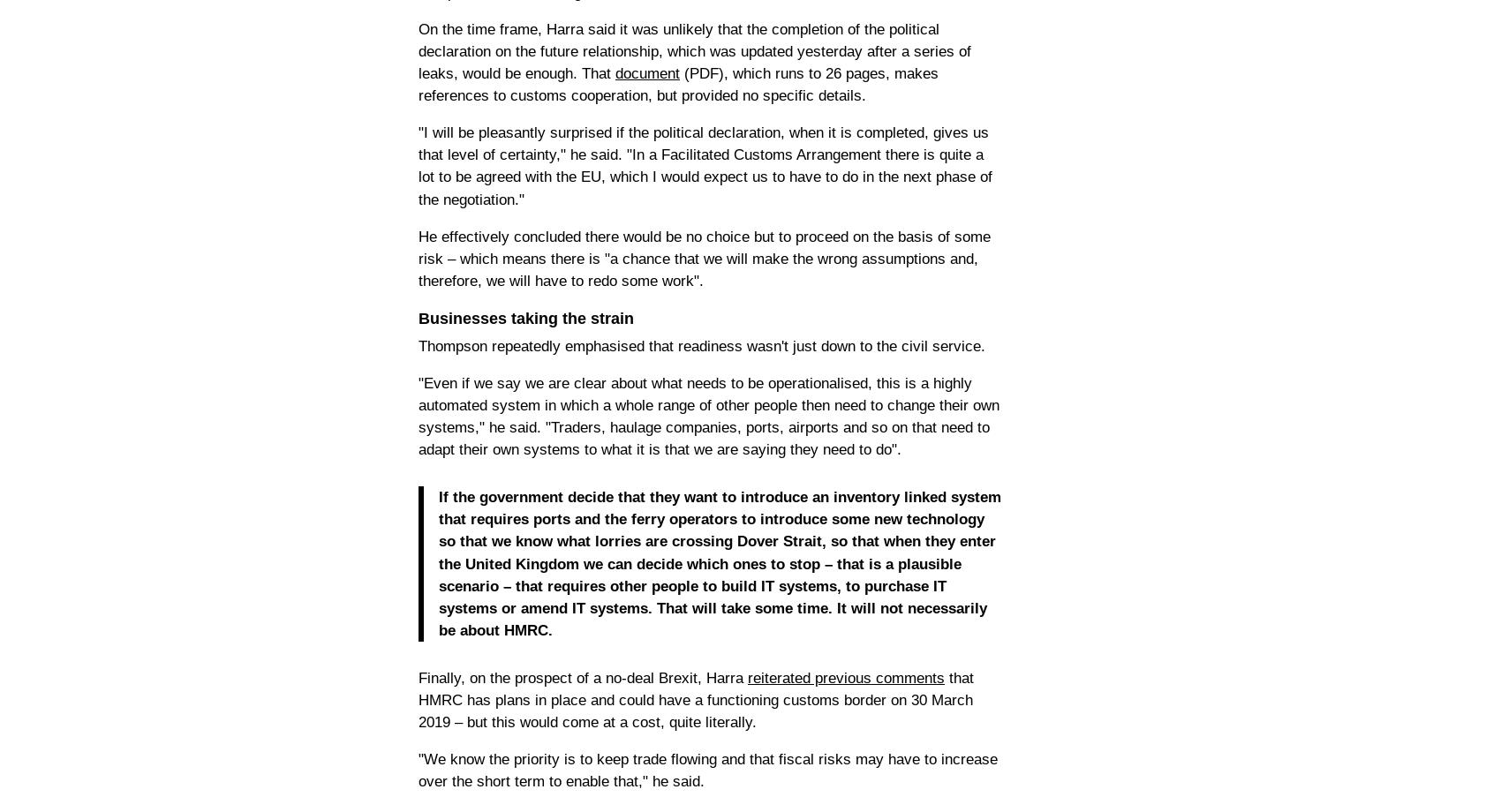 This screenshot has height=812, width=1501. What do you see at coordinates (418, 677) in the screenshot?
I see `'Finally, on the prospect of a no-deal Brexit, Harra'` at bounding box center [418, 677].